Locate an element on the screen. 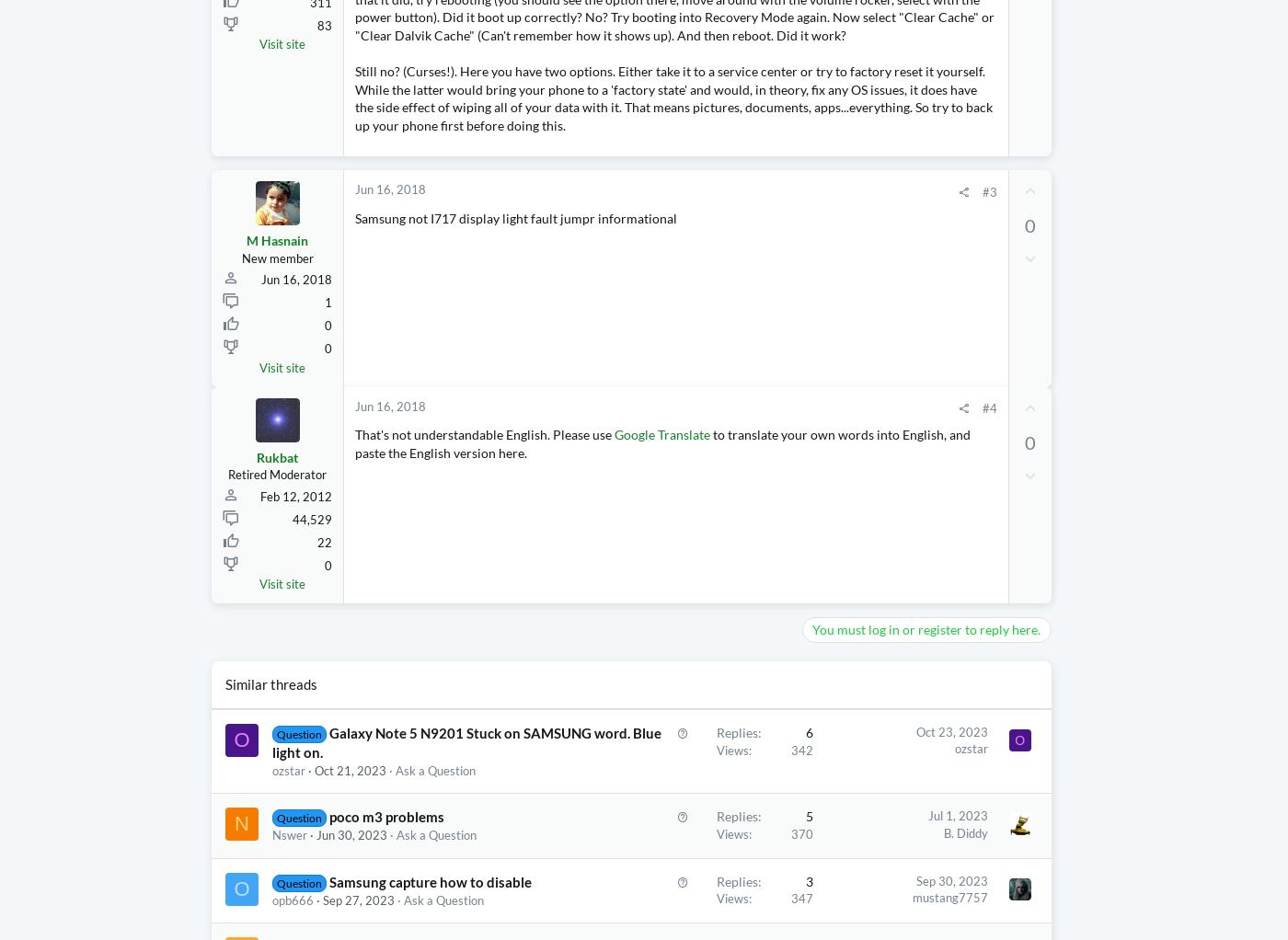 This screenshot has width=1288, height=940. 'Today at 12:14 PM' is located at coordinates (1213, 869).